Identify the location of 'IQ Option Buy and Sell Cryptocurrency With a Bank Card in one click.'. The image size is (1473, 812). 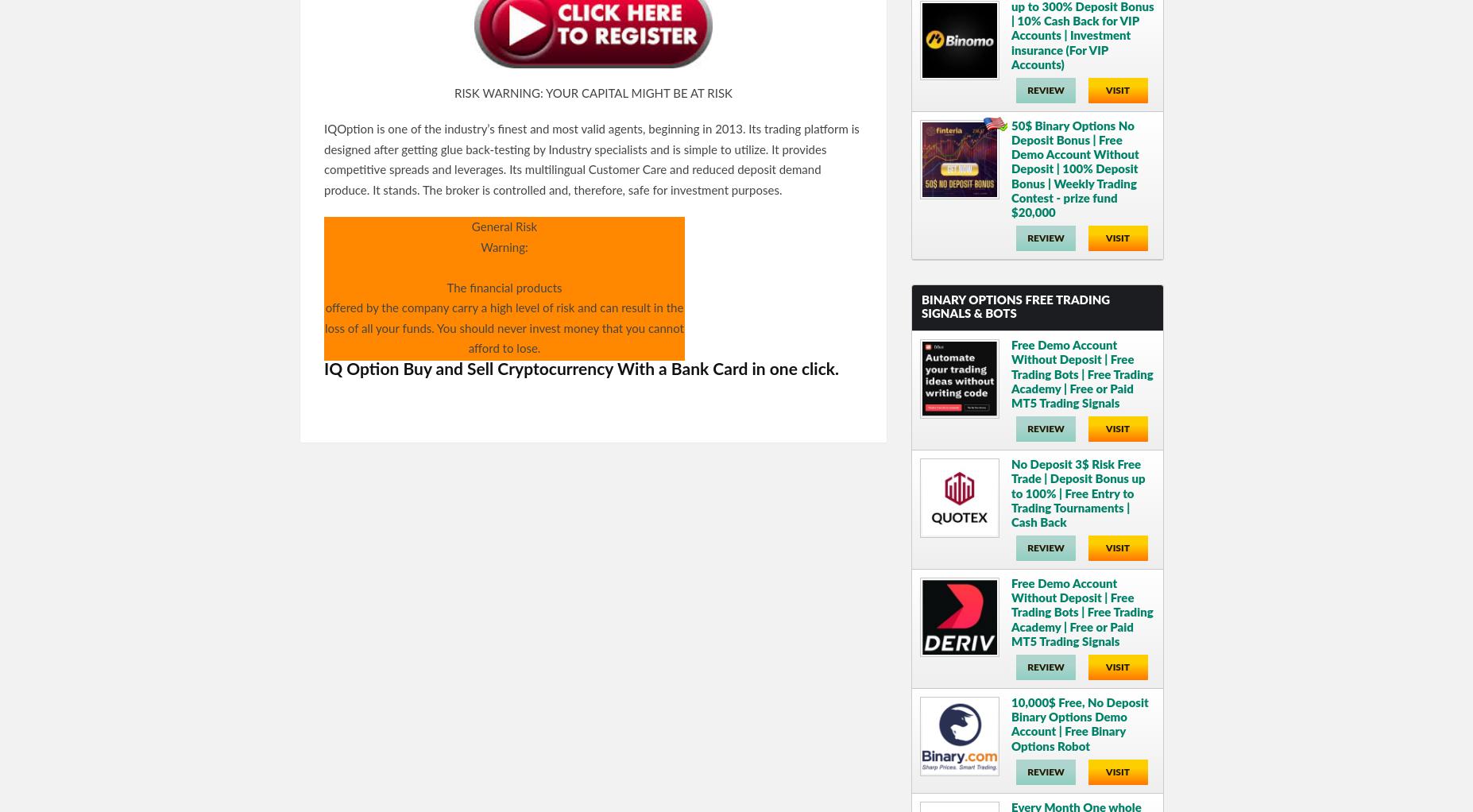
(323, 368).